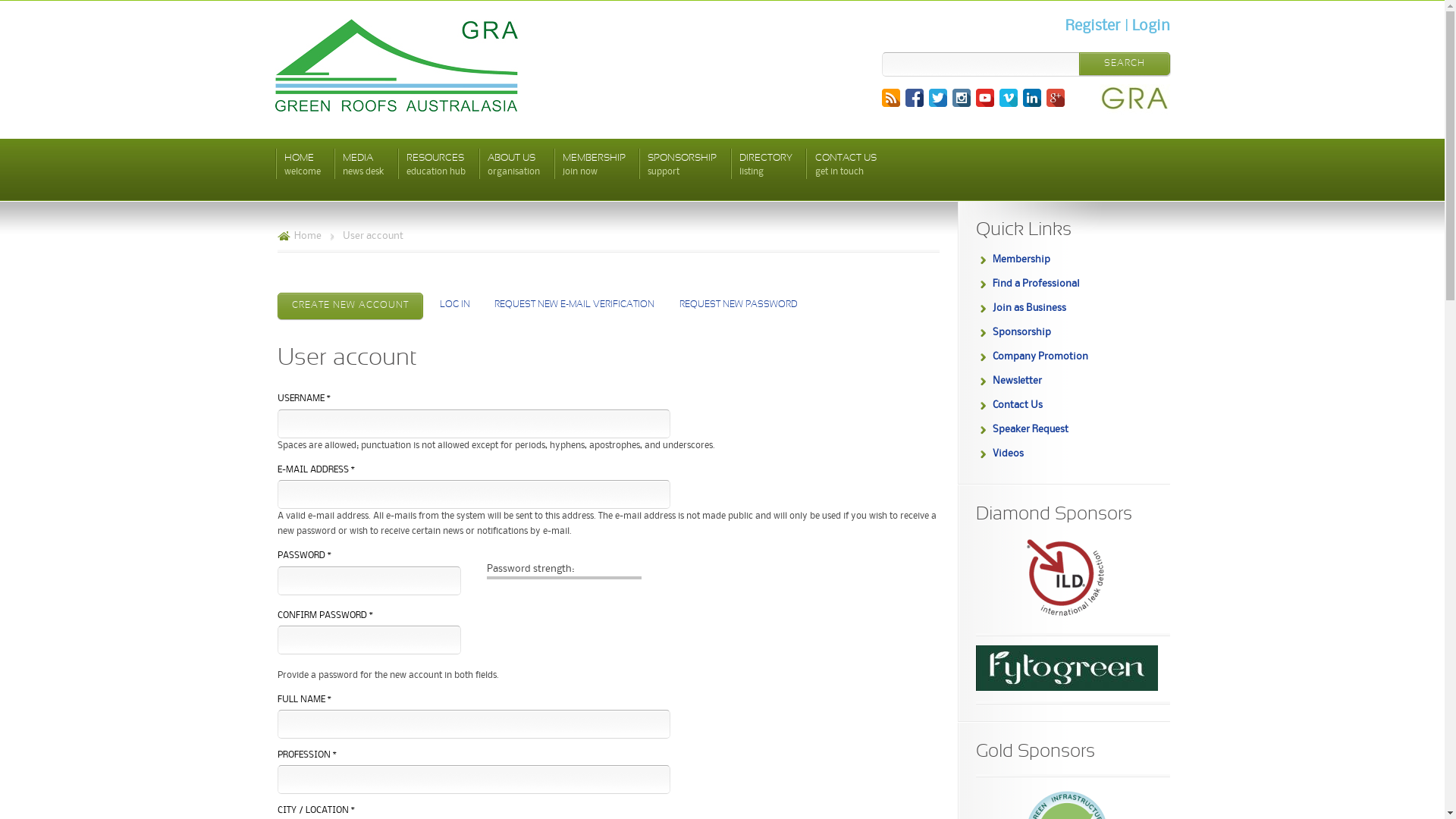 Image resolution: width=1456 pixels, height=819 pixels. Describe the element at coordinates (1030, 429) in the screenshot. I see `'Speaker Request'` at that location.